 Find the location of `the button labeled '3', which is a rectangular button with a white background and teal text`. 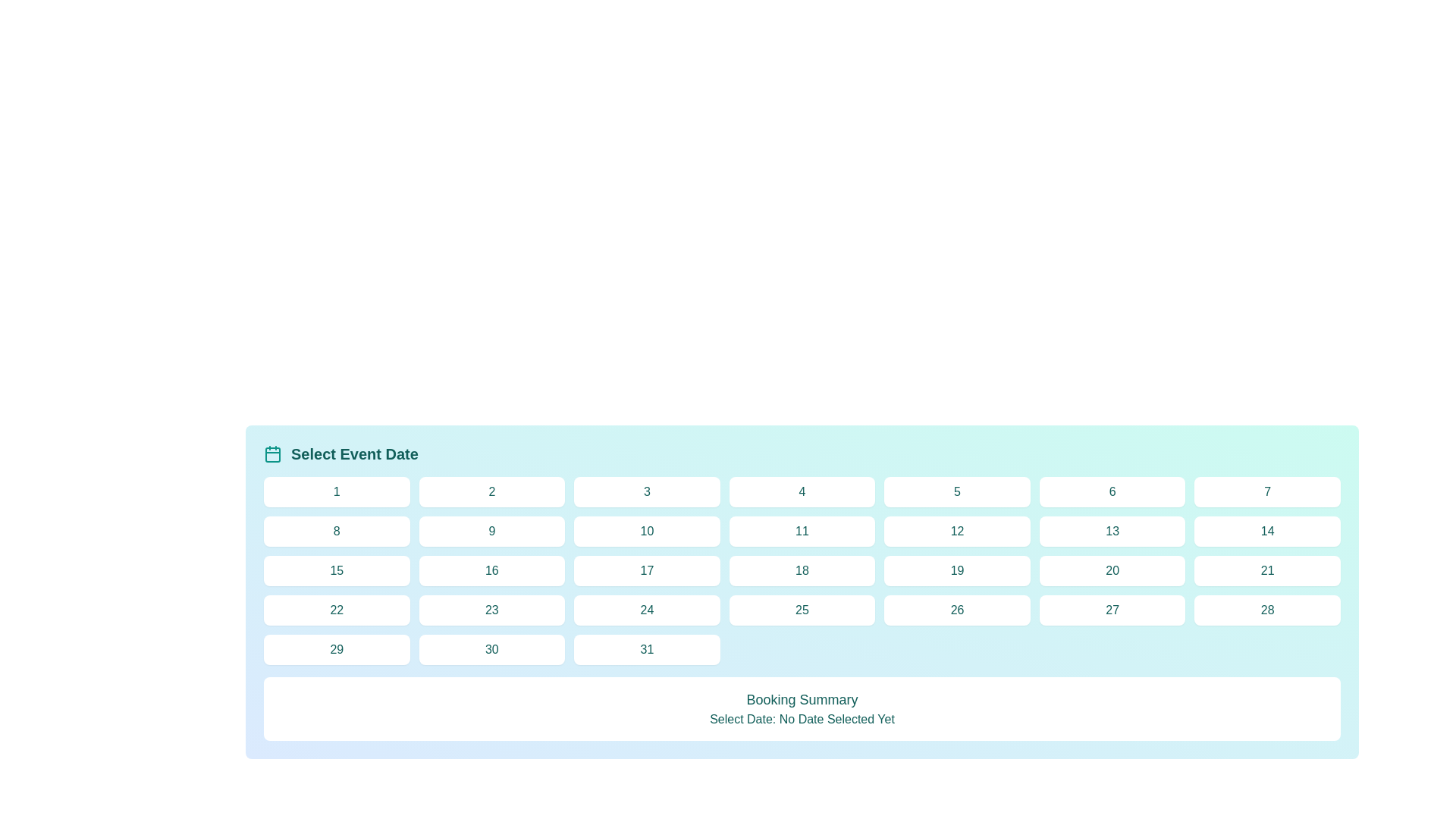

the button labeled '3', which is a rectangular button with a white background and teal text is located at coordinates (647, 491).